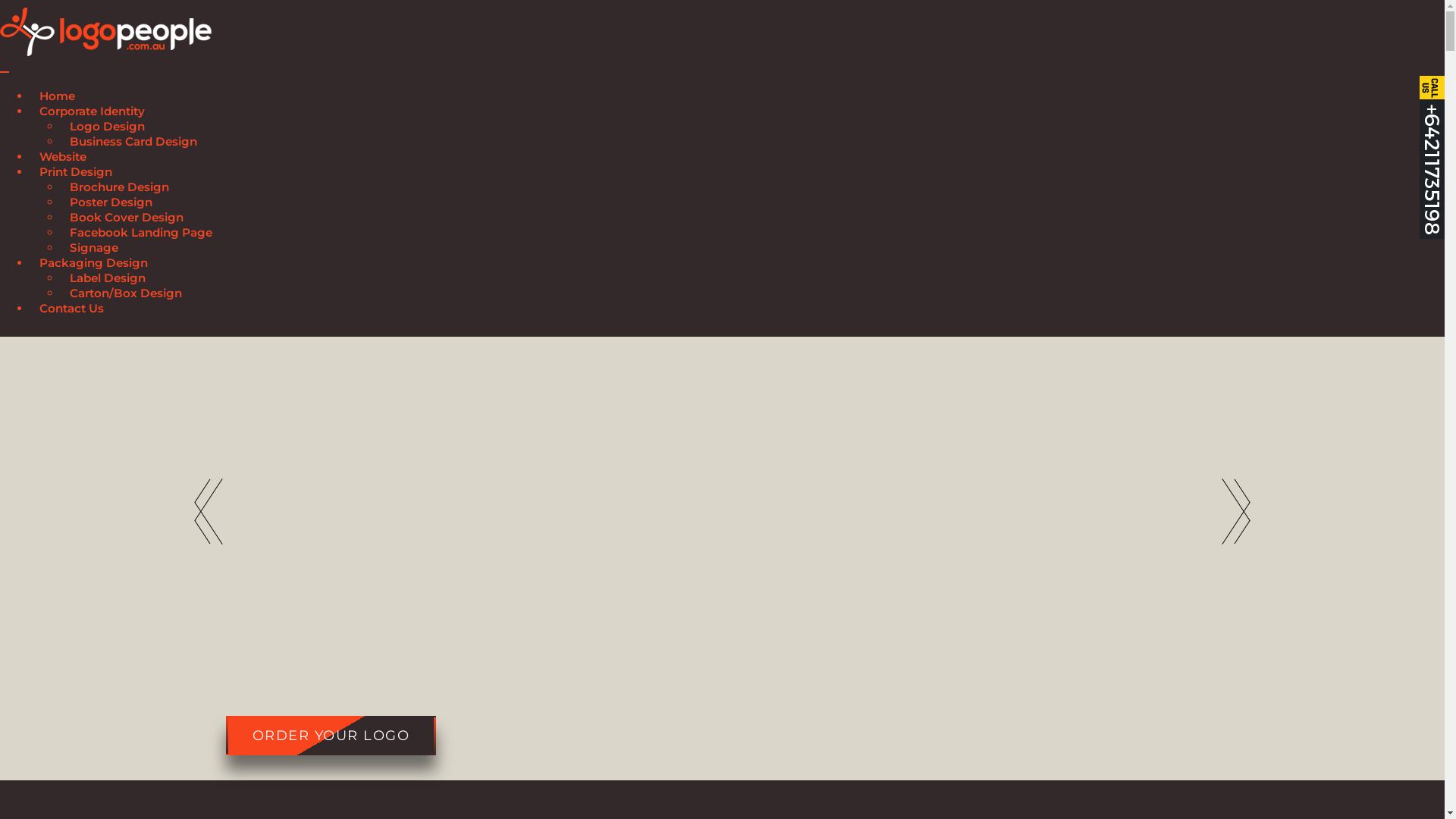  What do you see at coordinates (330, 734) in the screenshot?
I see `'ORDER YOUR LOGO'` at bounding box center [330, 734].